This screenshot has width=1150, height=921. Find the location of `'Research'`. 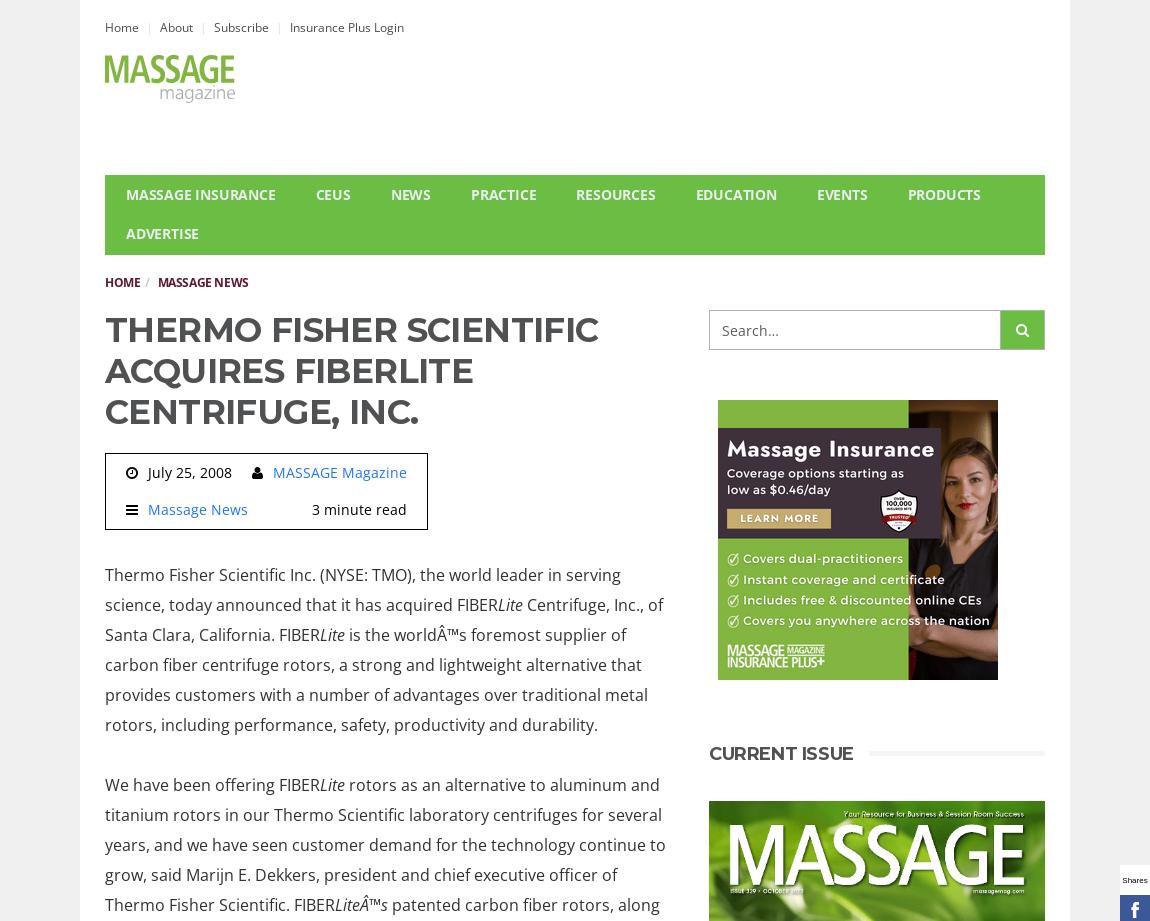

'Research' is located at coordinates (517, 348).